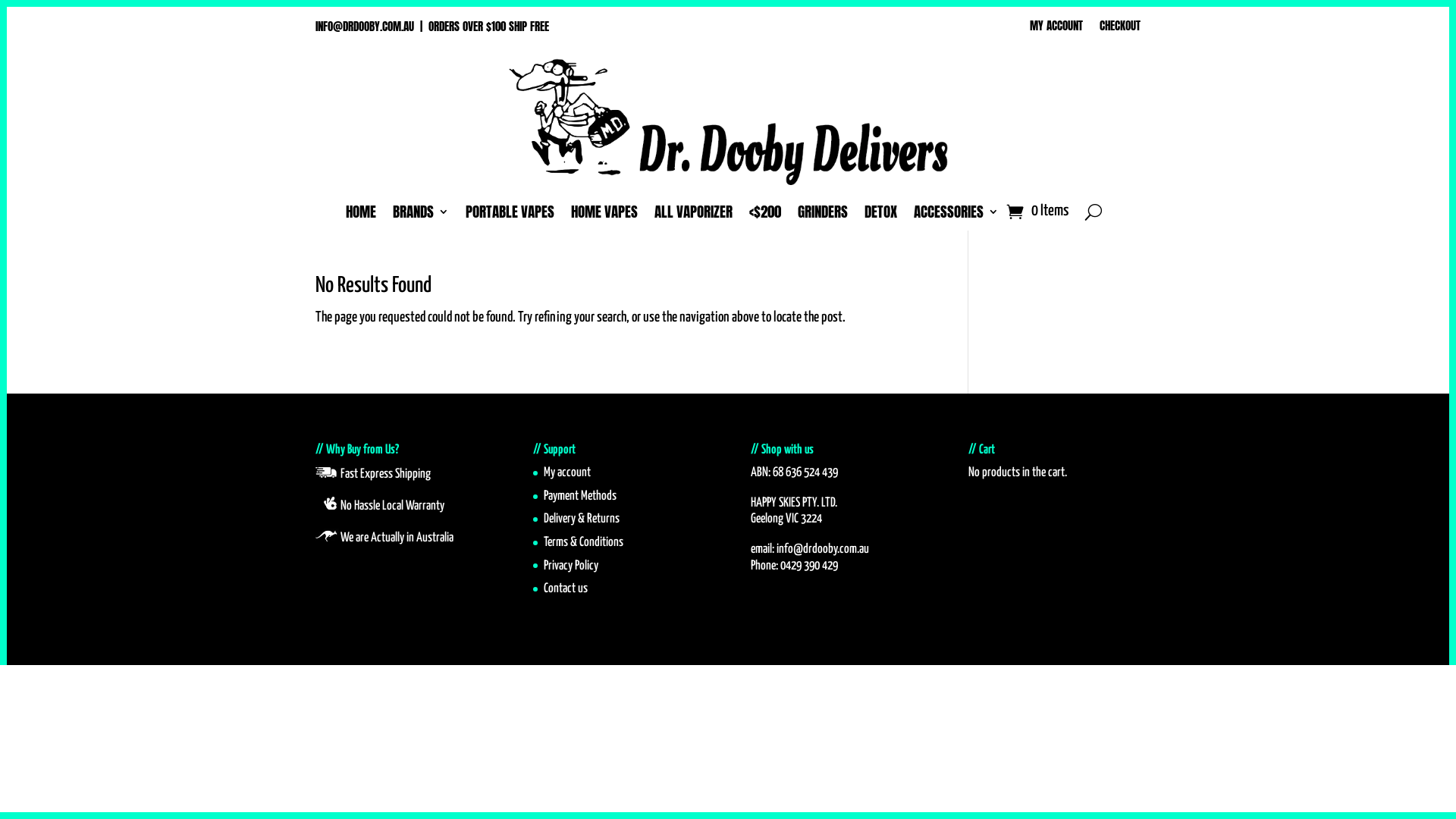  Describe the element at coordinates (582, 541) in the screenshot. I see `'Terms & Conditions'` at that location.